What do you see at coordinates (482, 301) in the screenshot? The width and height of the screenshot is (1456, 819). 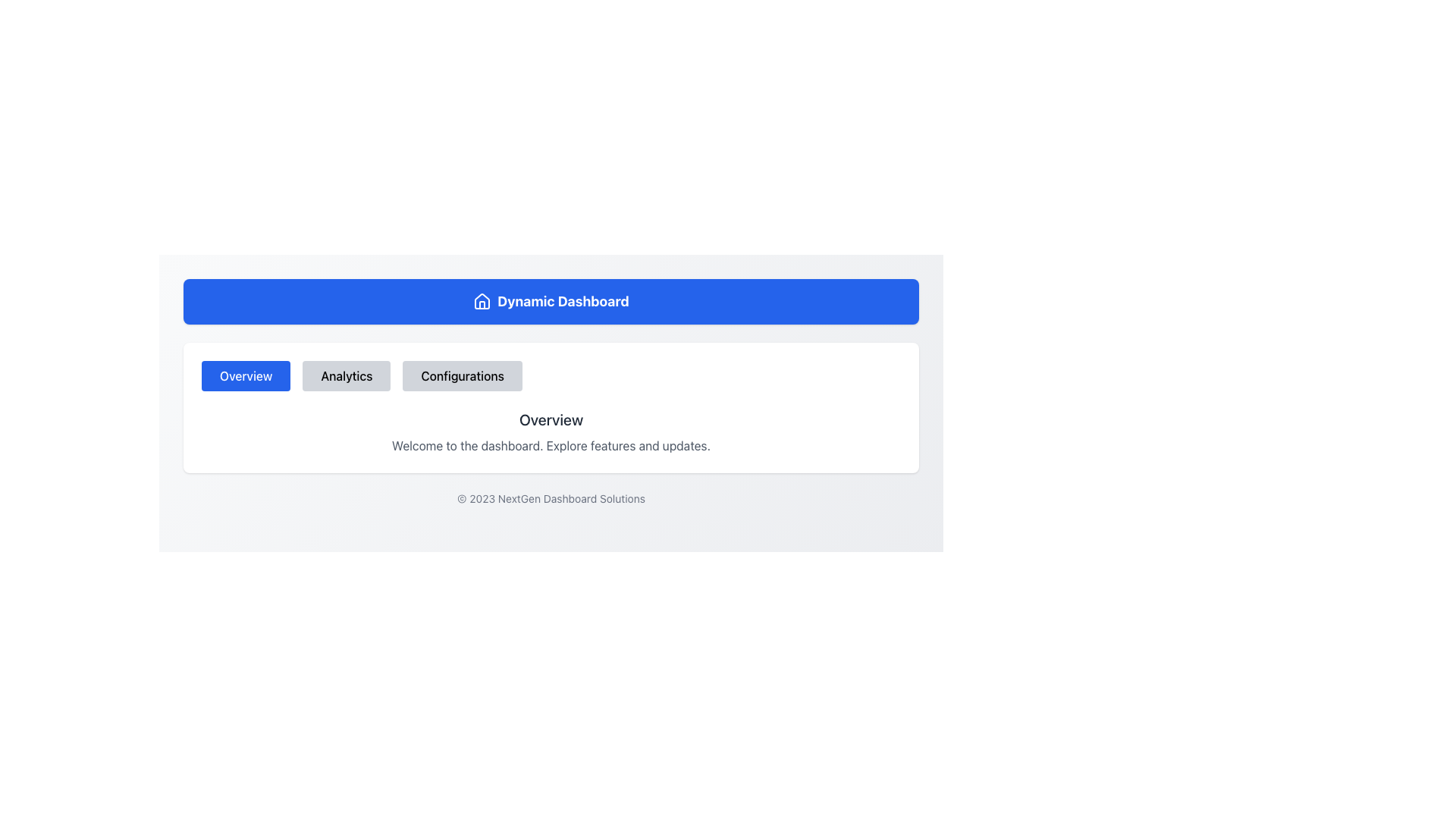 I see `the 'Home' icon located at the top center of the interface, which serves as a clickable link to navigate to the homepage` at bounding box center [482, 301].